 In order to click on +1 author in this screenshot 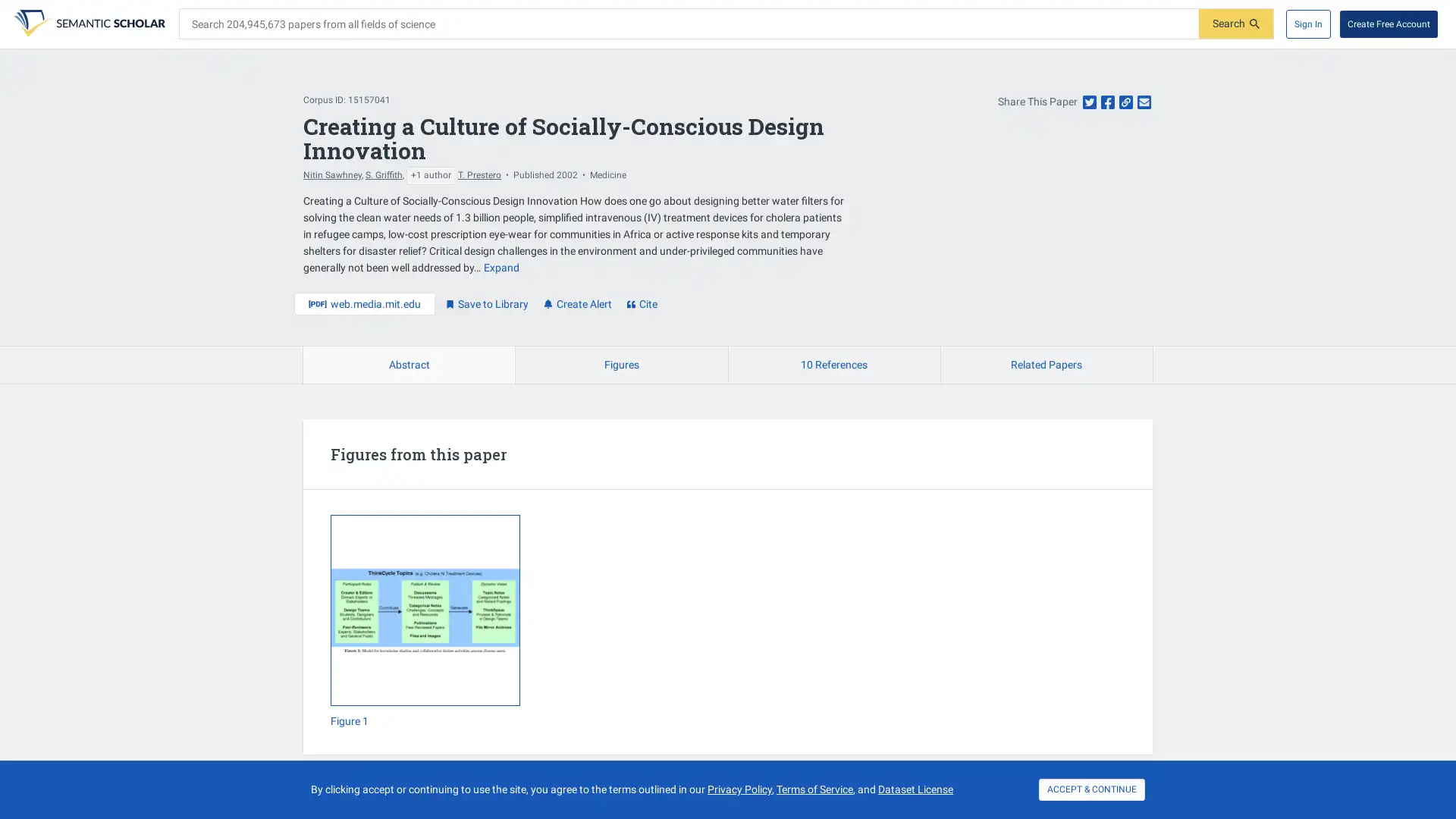, I will do `click(430, 174)`.